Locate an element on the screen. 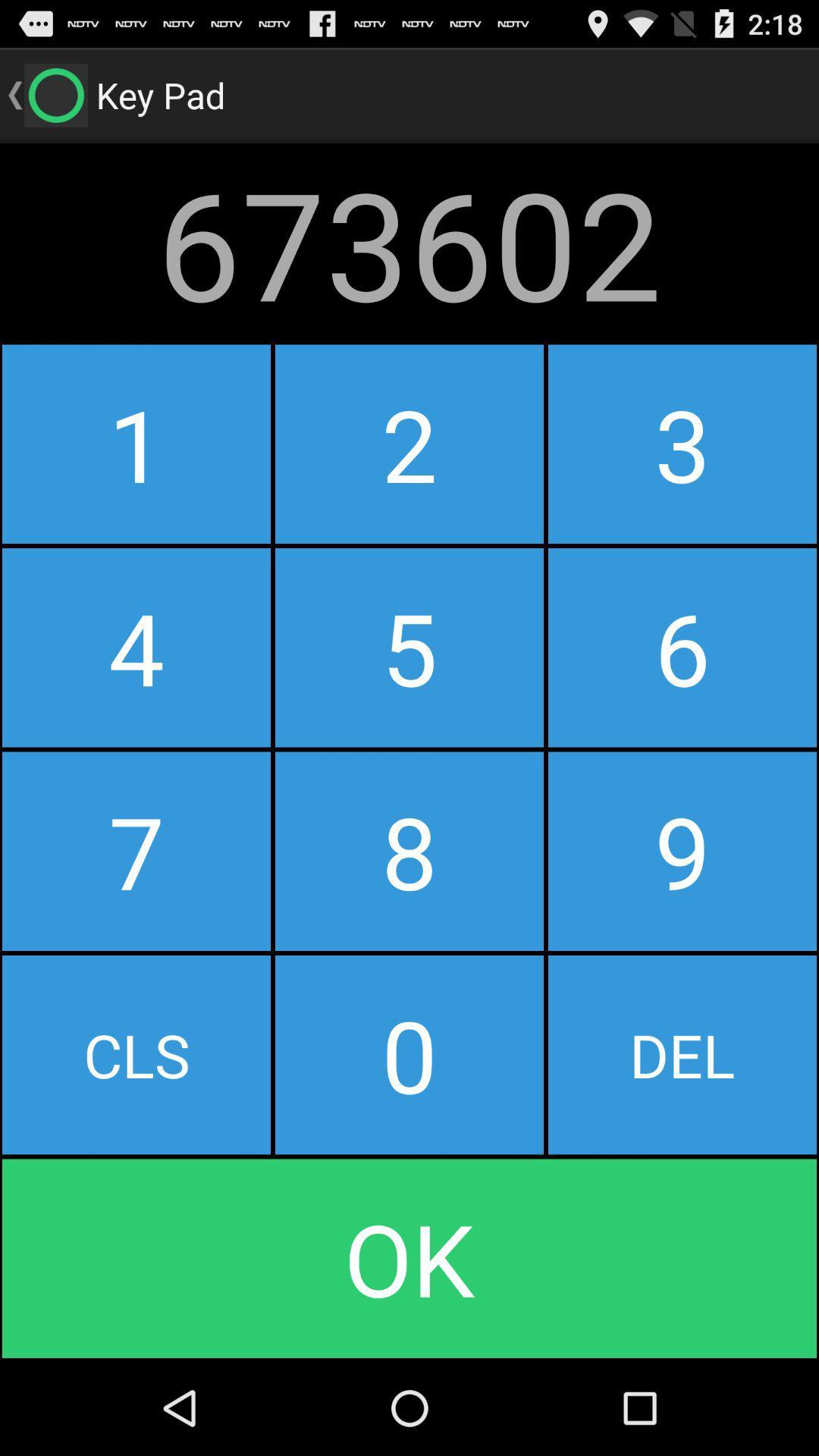 This screenshot has height=1456, width=819. icon below cls icon is located at coordinates (409, 1258).